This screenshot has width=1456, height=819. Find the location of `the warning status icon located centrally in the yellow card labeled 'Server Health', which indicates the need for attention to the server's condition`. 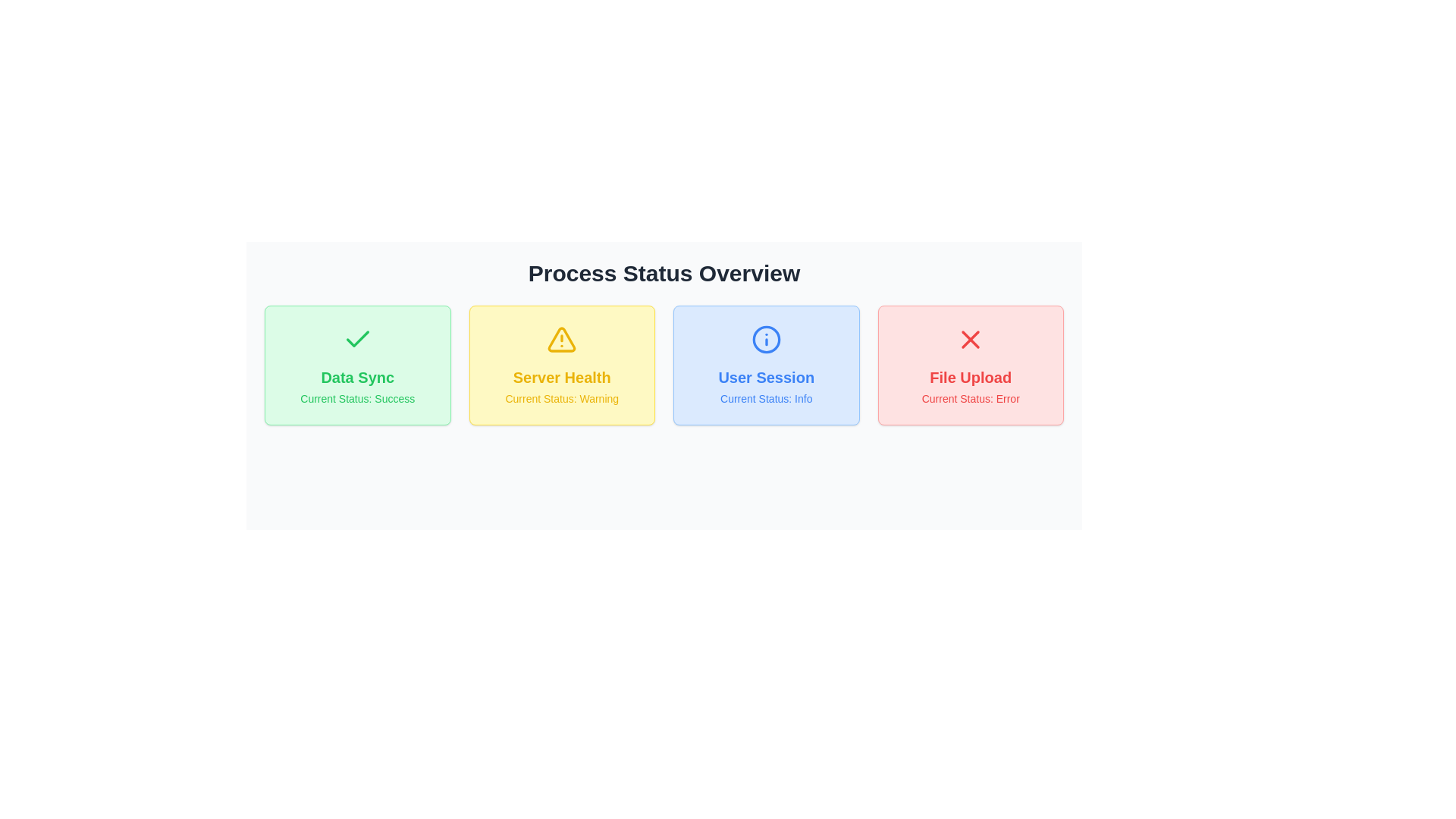

the warning status icon located centrally in the yellow card labeled 'Server Health', which indicates the need for attention to the server's condition is located at coordinates (561, 338).